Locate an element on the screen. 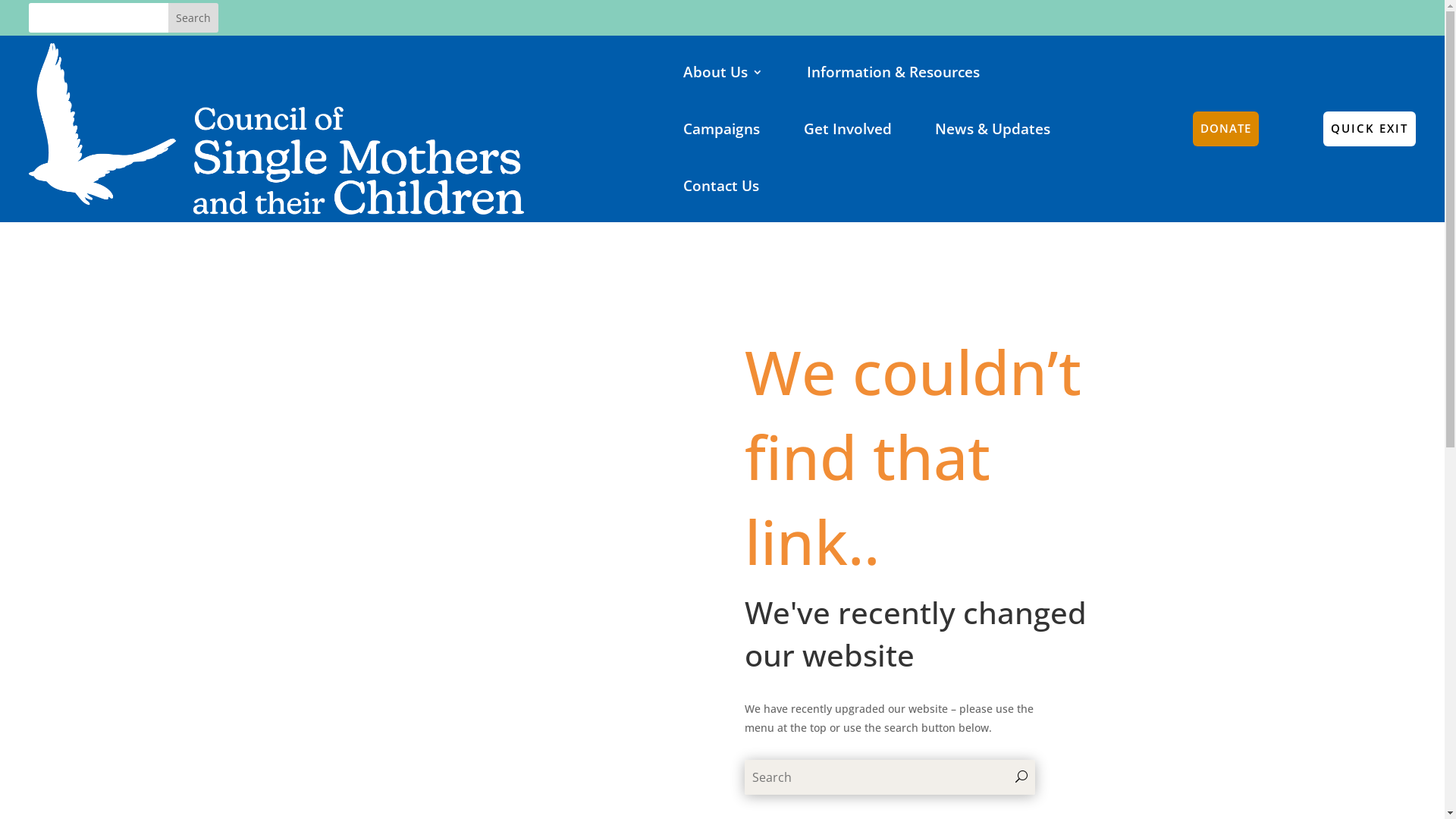 The image size is (1456, 819). 'DONATE' is located at coordinates (1225, 127).